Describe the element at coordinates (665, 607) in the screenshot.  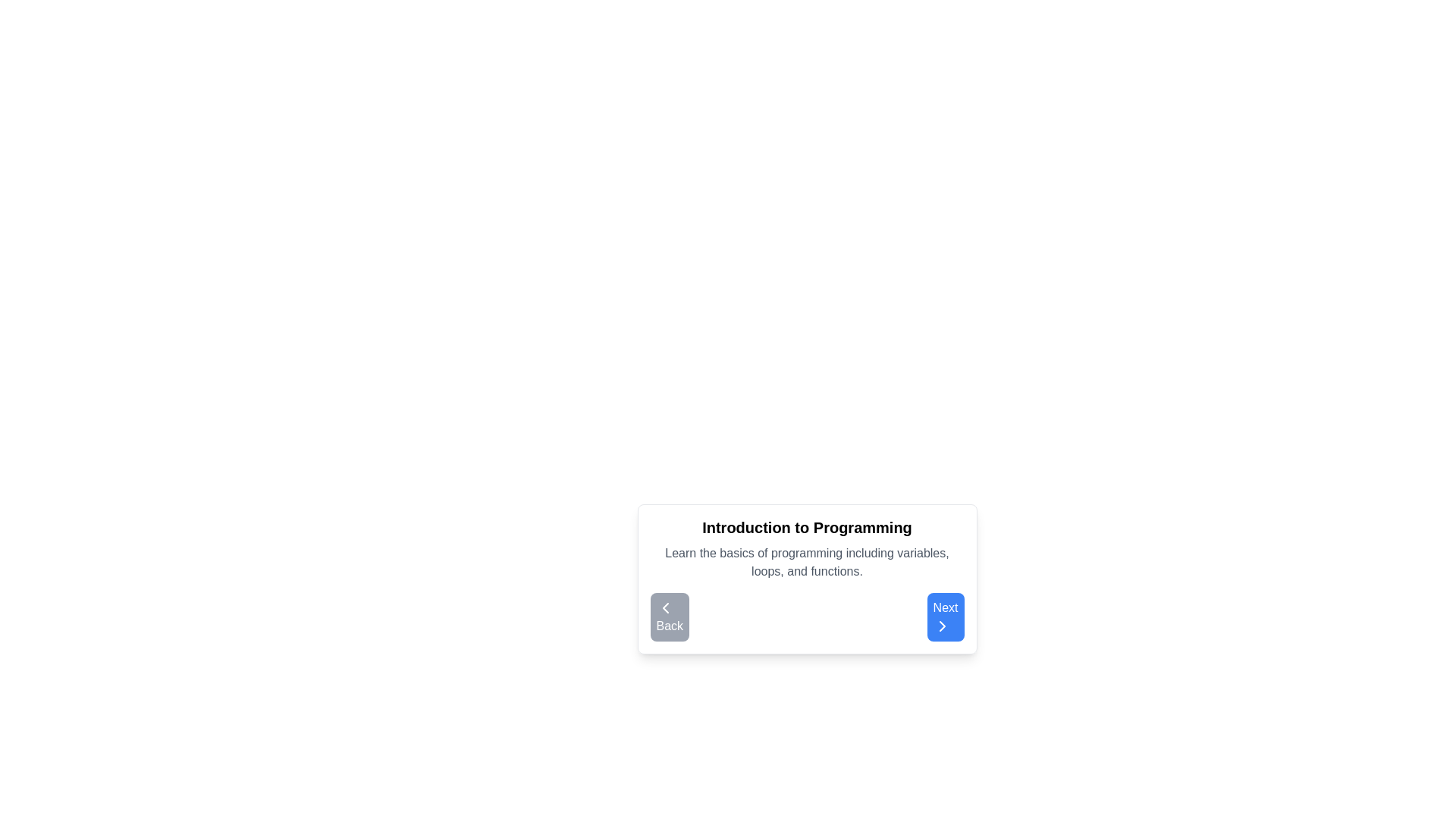
I see `the back action icon located inside the 'Back' button at the far left of the dialog box titled 'Introduction to Programming.'` at that location.